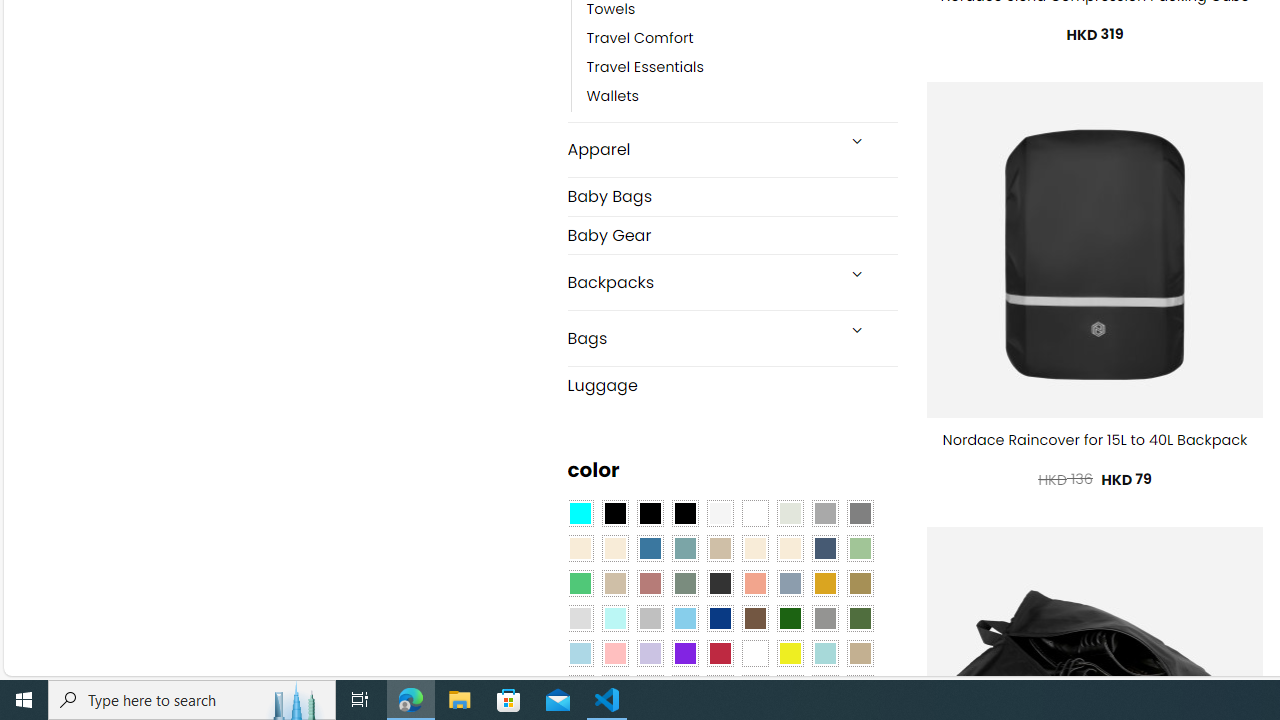  Describe the element at coordinates (860, 653) in the screenshot. I see `'Khaki'` at that location.